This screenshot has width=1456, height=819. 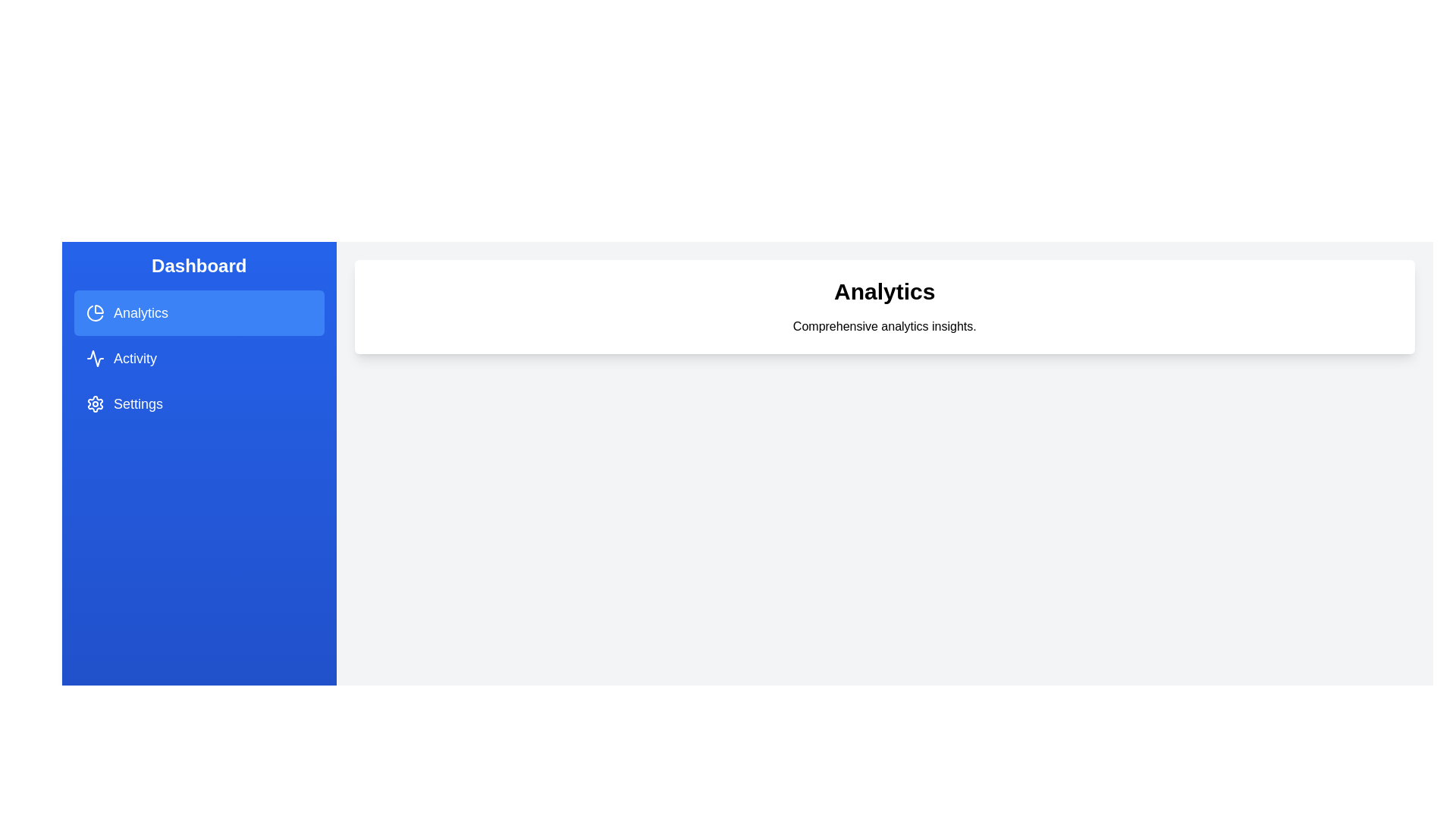 What do you see at coordinates (98, 309) in the screenshot?
I see `the upper-right arc component of the pie-chart-like icon in the sidebar menu, located adjacent to the 'Analytics' text` at bounding box center [98, 309].